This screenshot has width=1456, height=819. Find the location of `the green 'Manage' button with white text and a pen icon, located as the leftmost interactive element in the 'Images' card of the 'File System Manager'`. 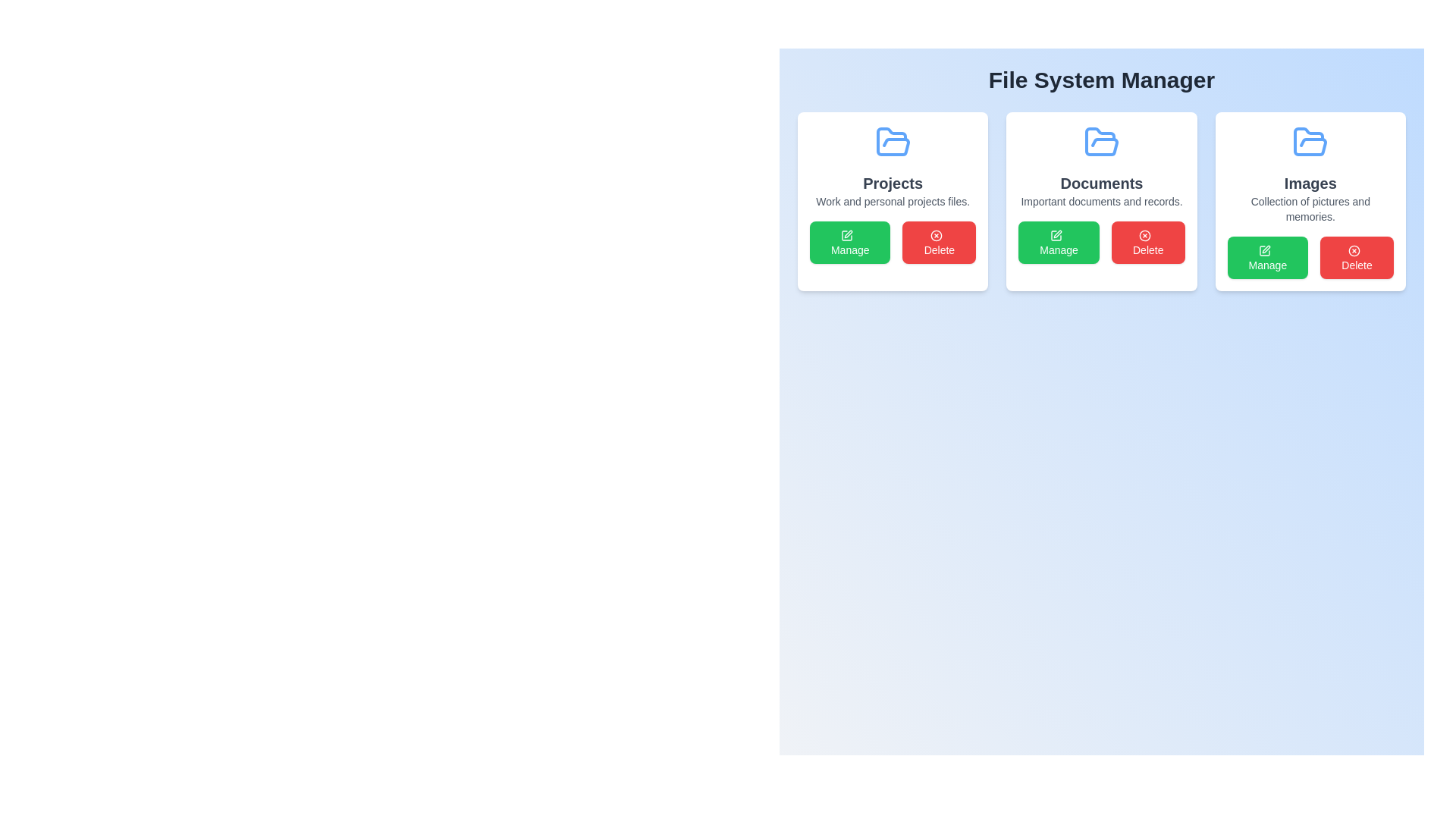

the green 'Manage' button with white text and a pen icon, located as the leftmost interactive element in the 'Images' card of the 'File System Manager' is located at coordinates (1267, 256).